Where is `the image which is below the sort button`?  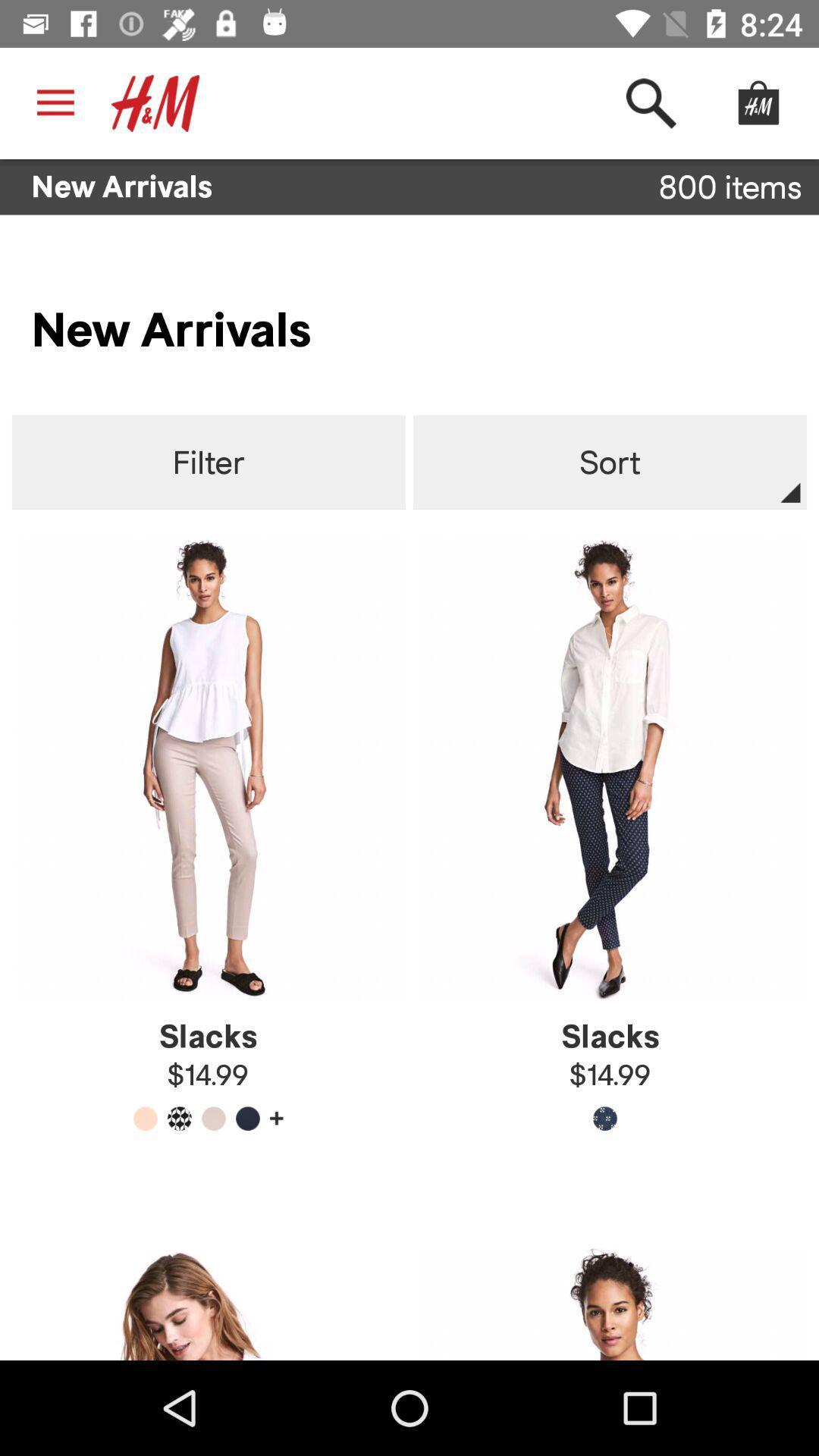
the image which is below the sort button is located at coordinates (610, 768).